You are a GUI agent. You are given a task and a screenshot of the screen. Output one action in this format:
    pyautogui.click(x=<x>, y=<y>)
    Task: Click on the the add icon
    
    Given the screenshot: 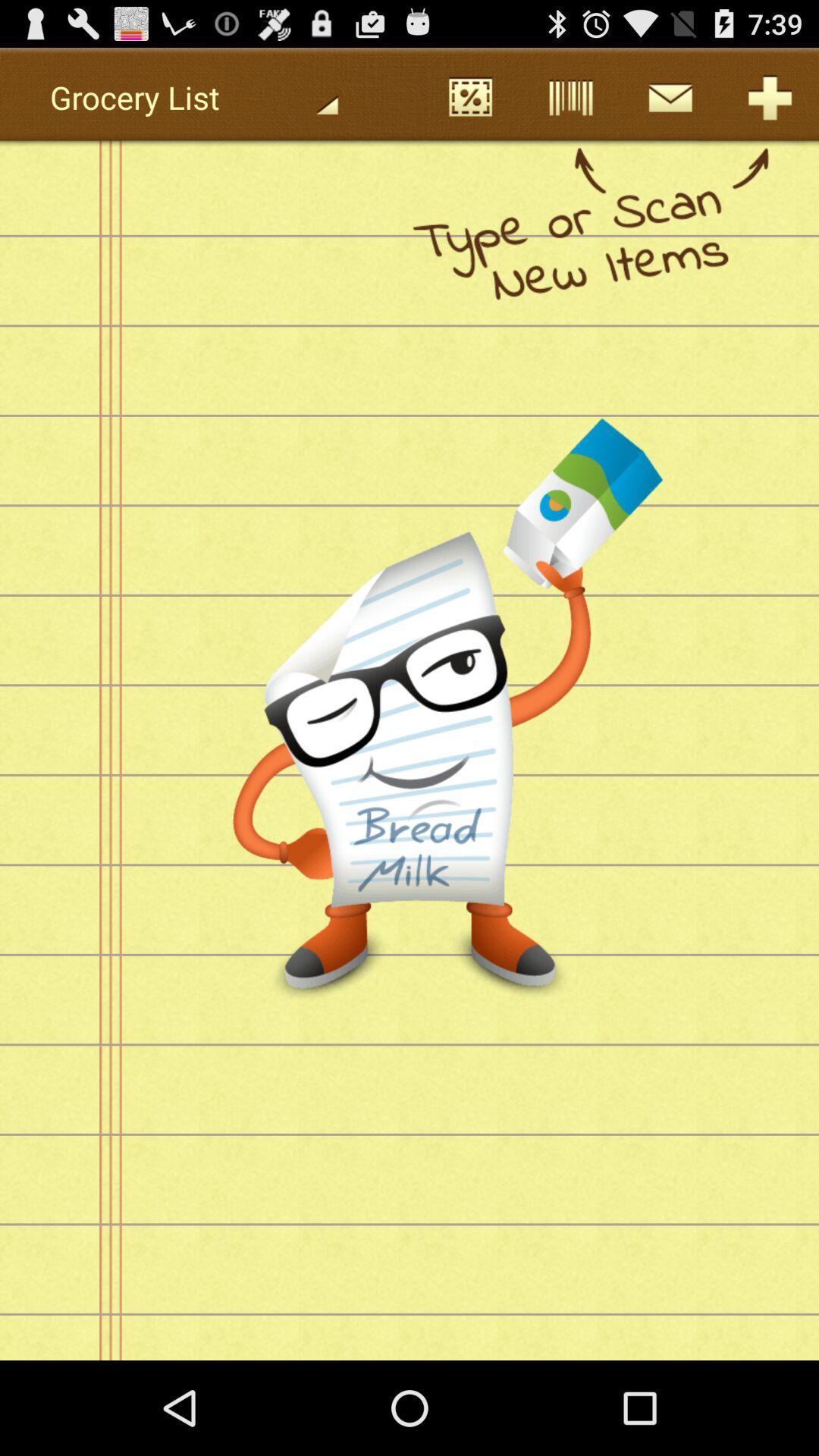 What is the action you would take?
    pyautogui.click(x=769, y=103)
    